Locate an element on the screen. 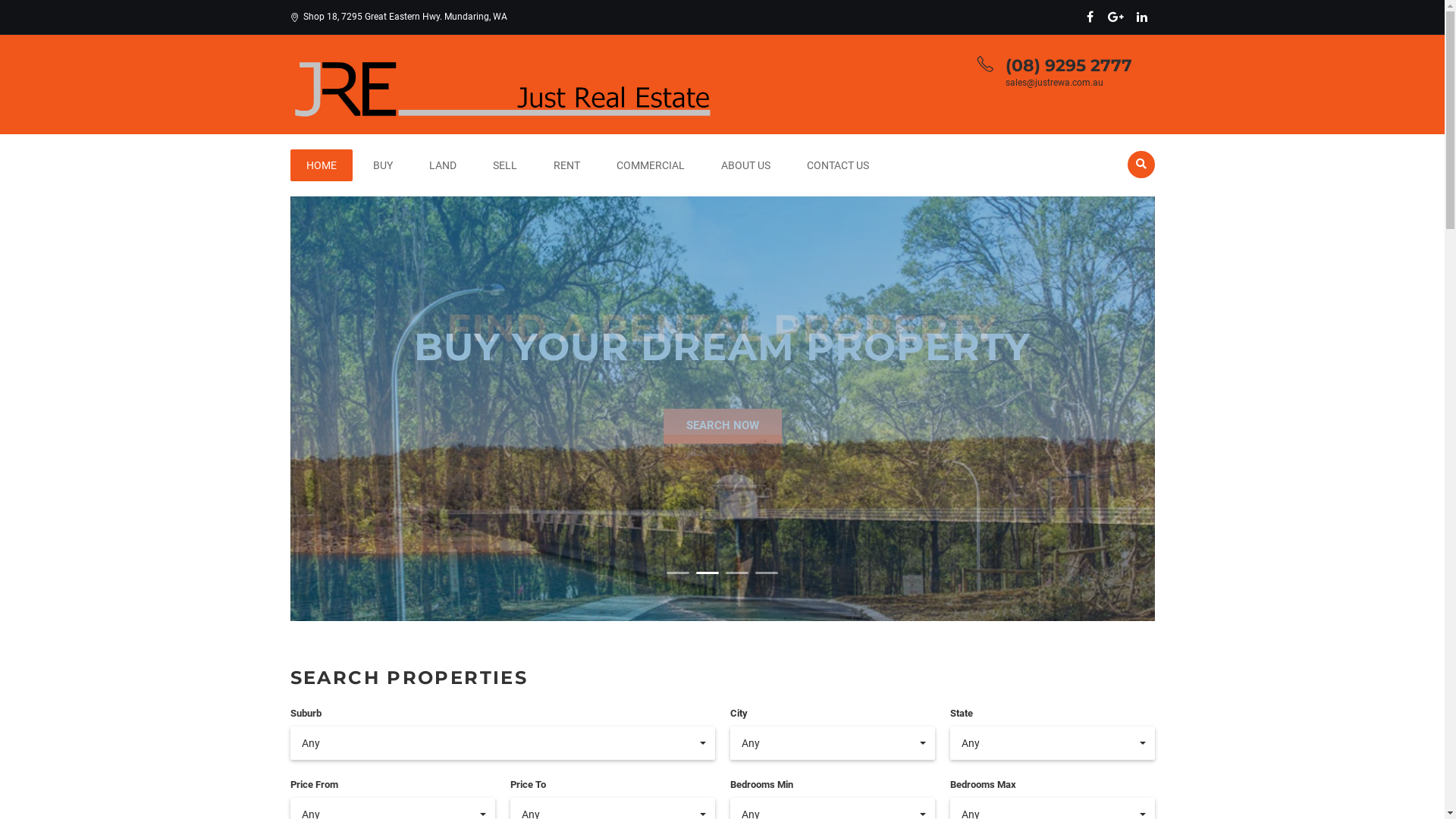  '(08) 9295 2777' is located at coordinates (1068, 64).